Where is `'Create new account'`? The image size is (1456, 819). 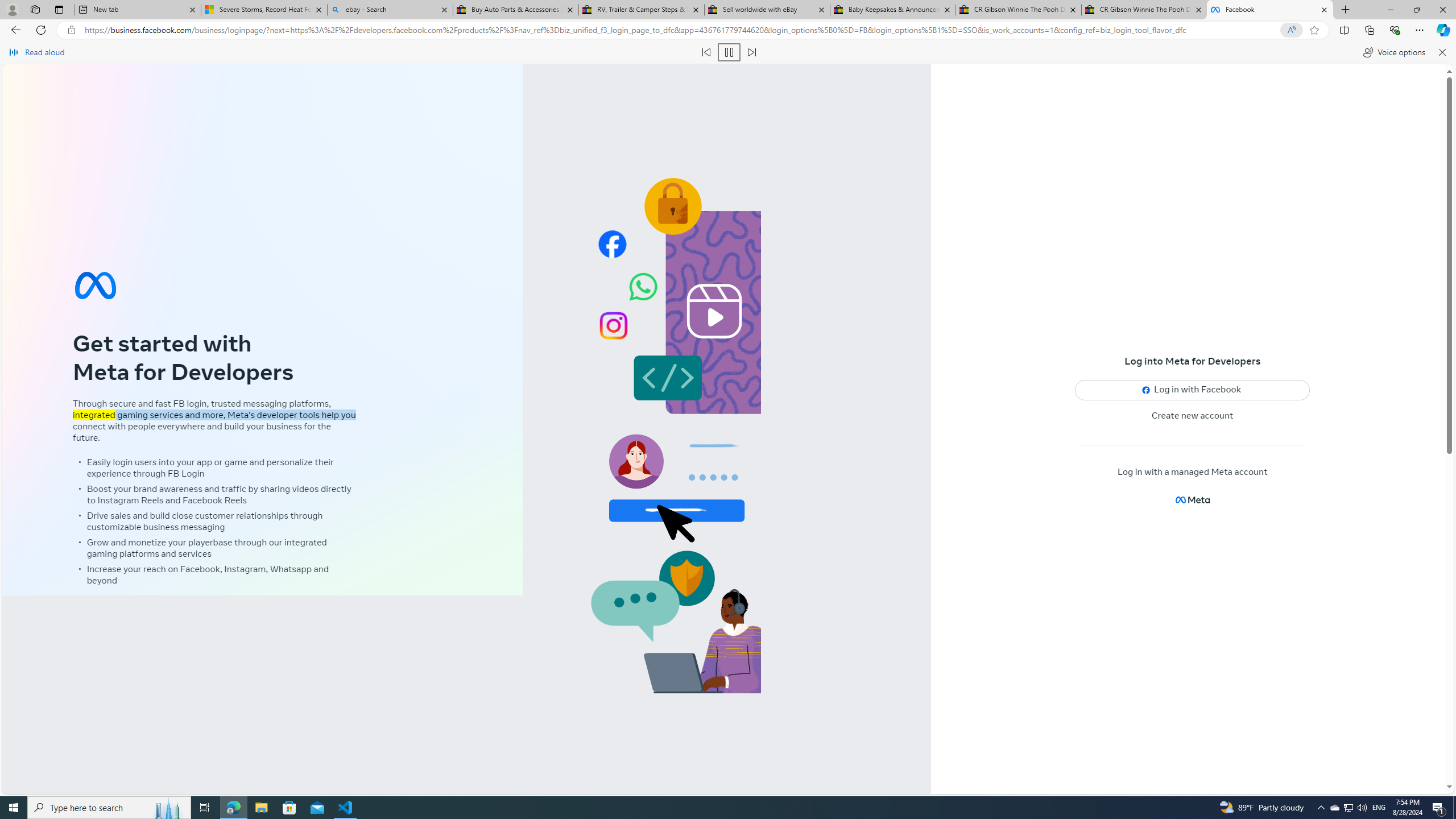
'Create new account' is located at coordinates (1192, 416).